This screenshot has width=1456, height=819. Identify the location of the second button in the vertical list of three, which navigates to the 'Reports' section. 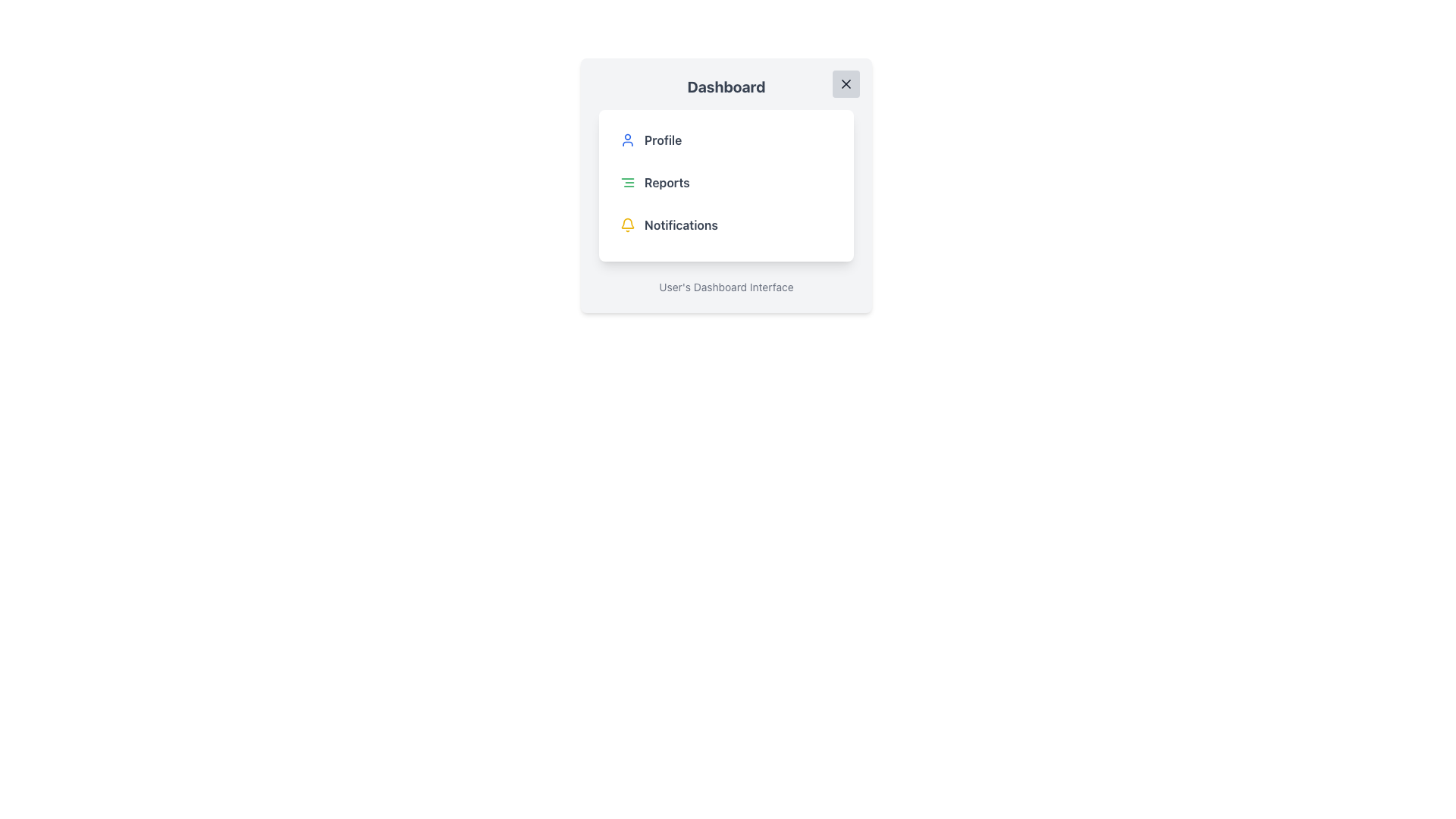
(726, 181).